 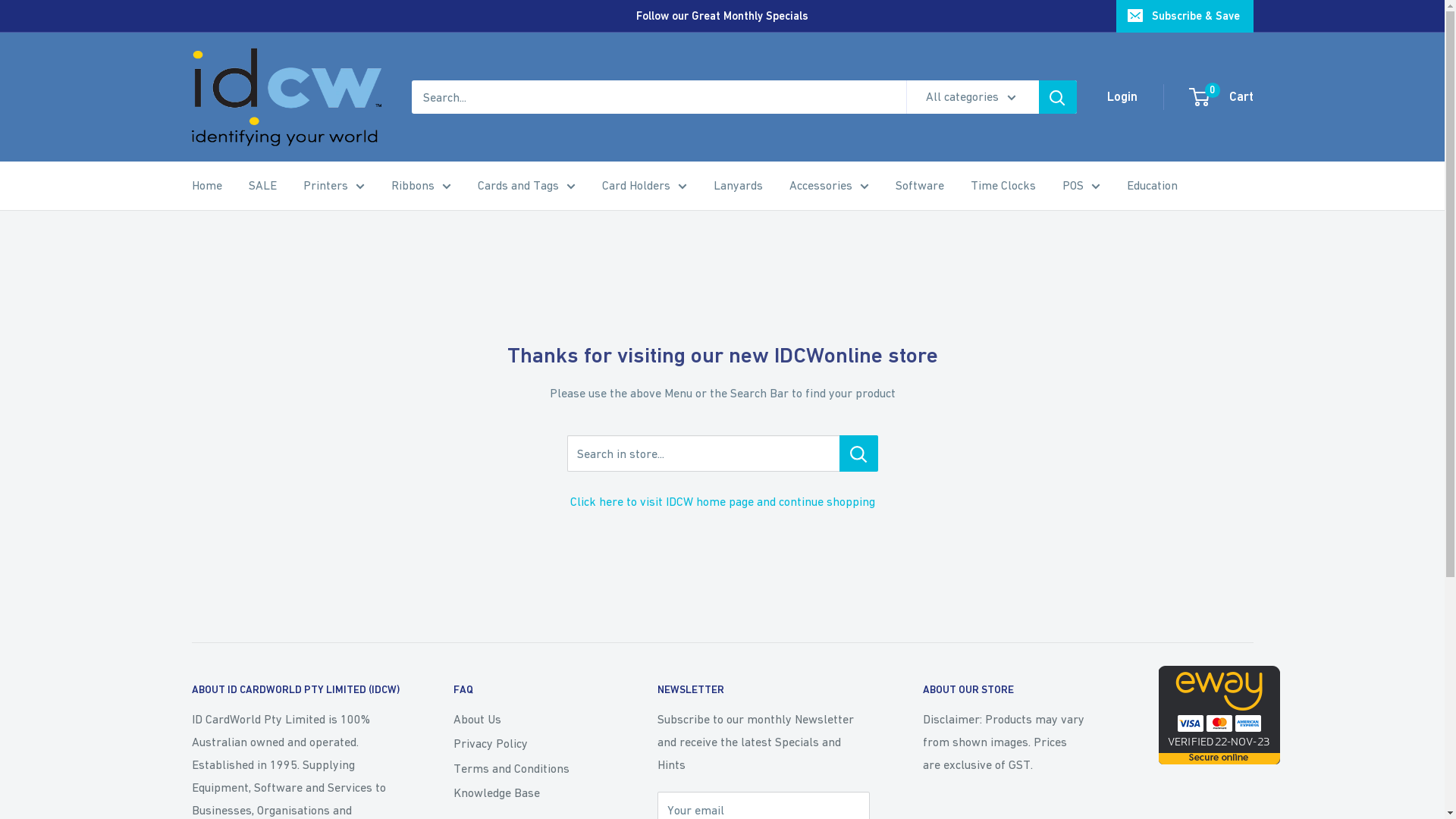 I want to click on 'SALE', so click(x=262, y=185).